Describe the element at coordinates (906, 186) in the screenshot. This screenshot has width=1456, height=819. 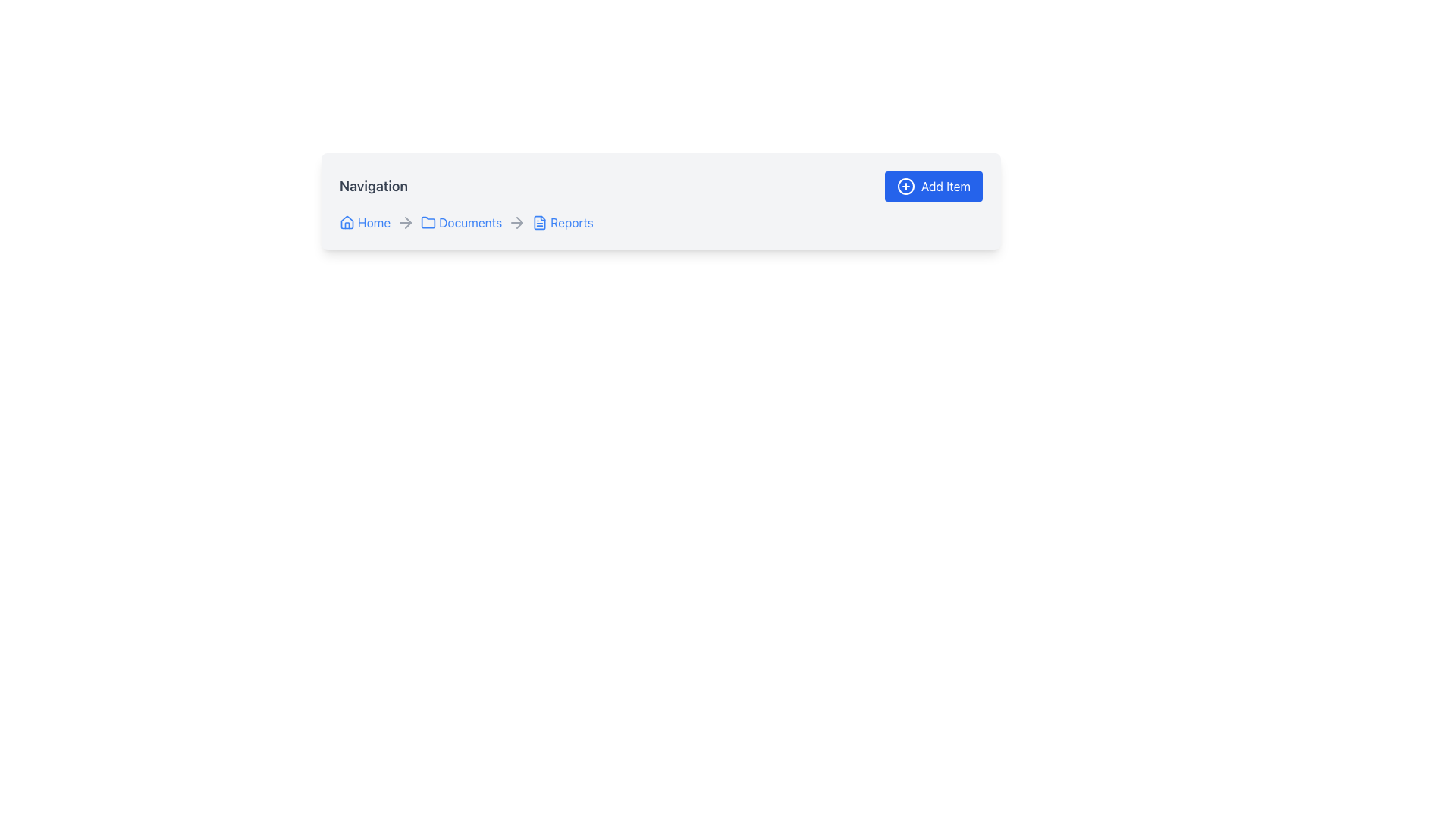
I see `the circular icon with a blue background and a white '+' symbol inside, which is part of the 'Add Item' button located on the right side of the interface` at that location.